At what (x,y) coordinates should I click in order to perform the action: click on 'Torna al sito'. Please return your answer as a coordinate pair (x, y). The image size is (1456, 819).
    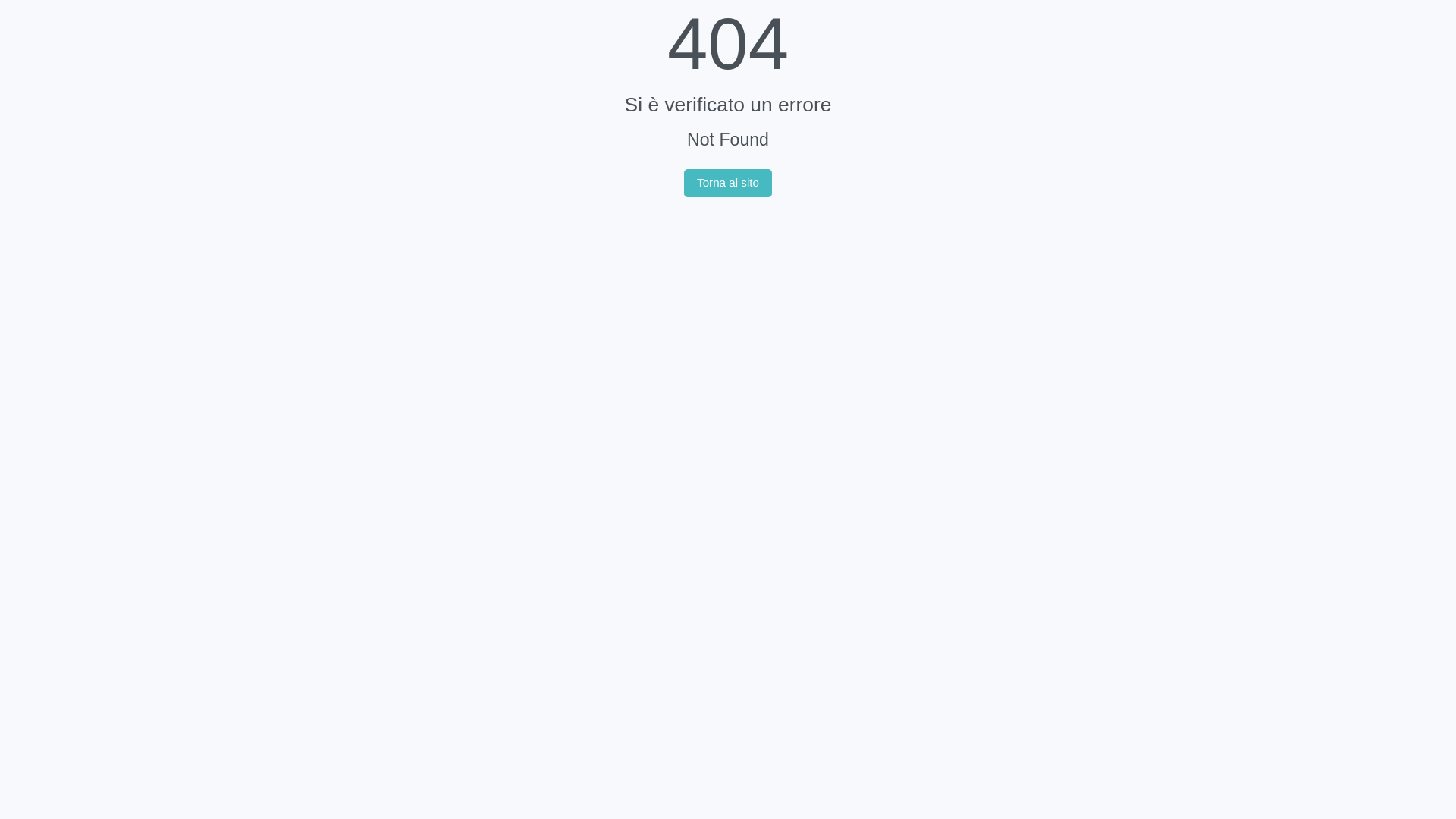
    Looking at the image, I should click on (683, 183).